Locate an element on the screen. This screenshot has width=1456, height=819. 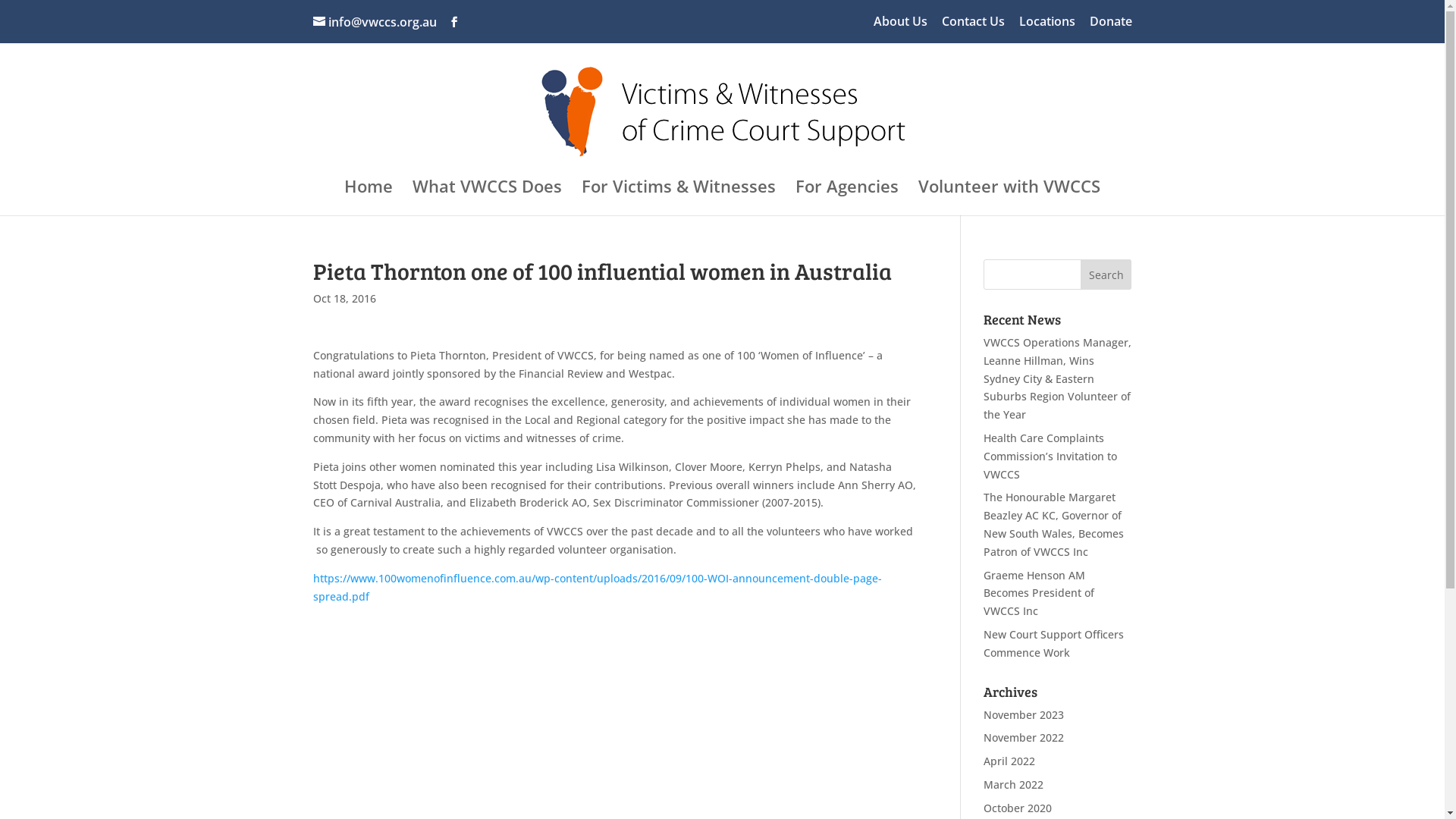
'October 2020' is located at coordinates (1018, 807).